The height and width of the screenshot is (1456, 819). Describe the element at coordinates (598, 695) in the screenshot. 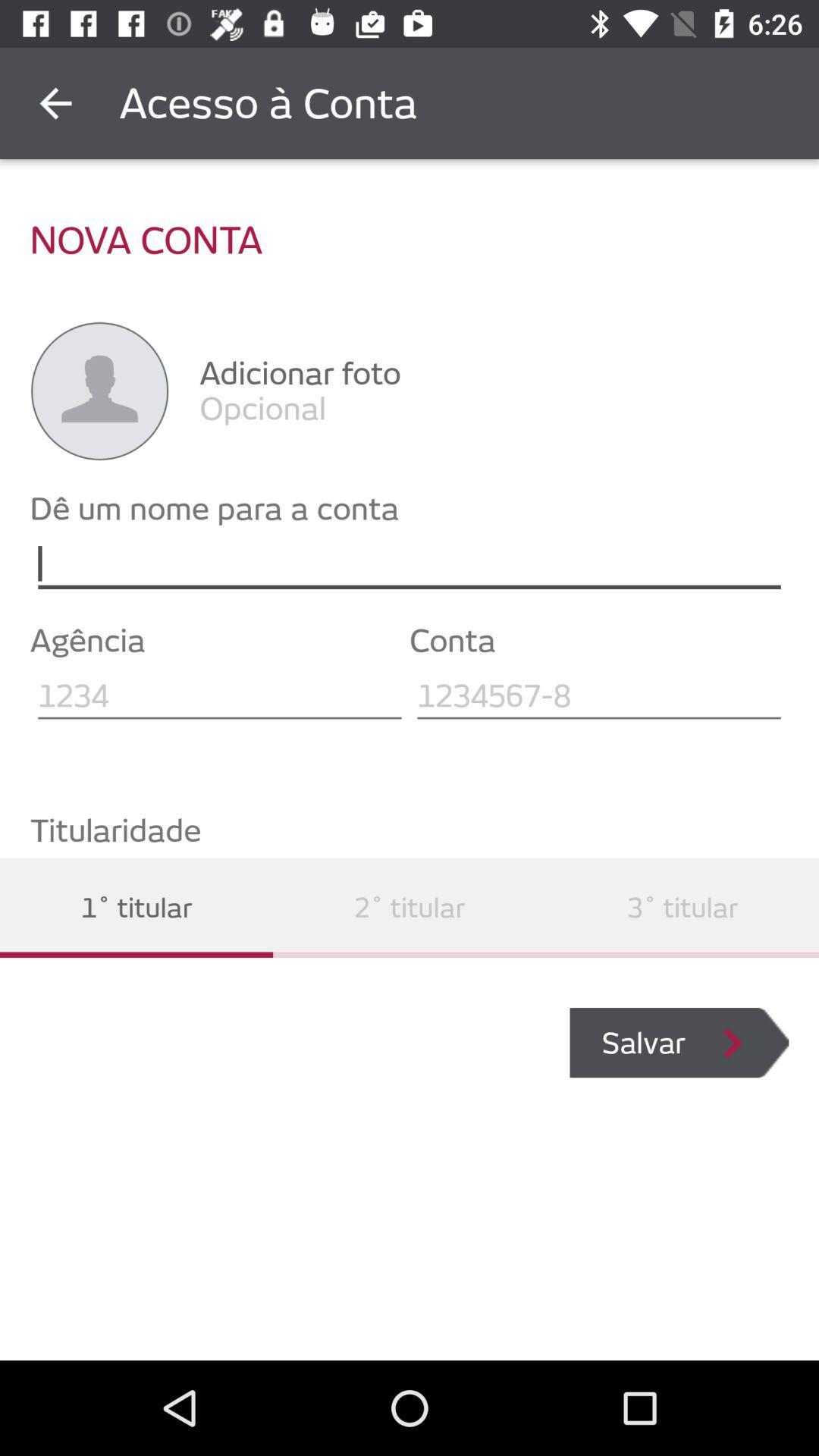

I see `zip code` at that location.